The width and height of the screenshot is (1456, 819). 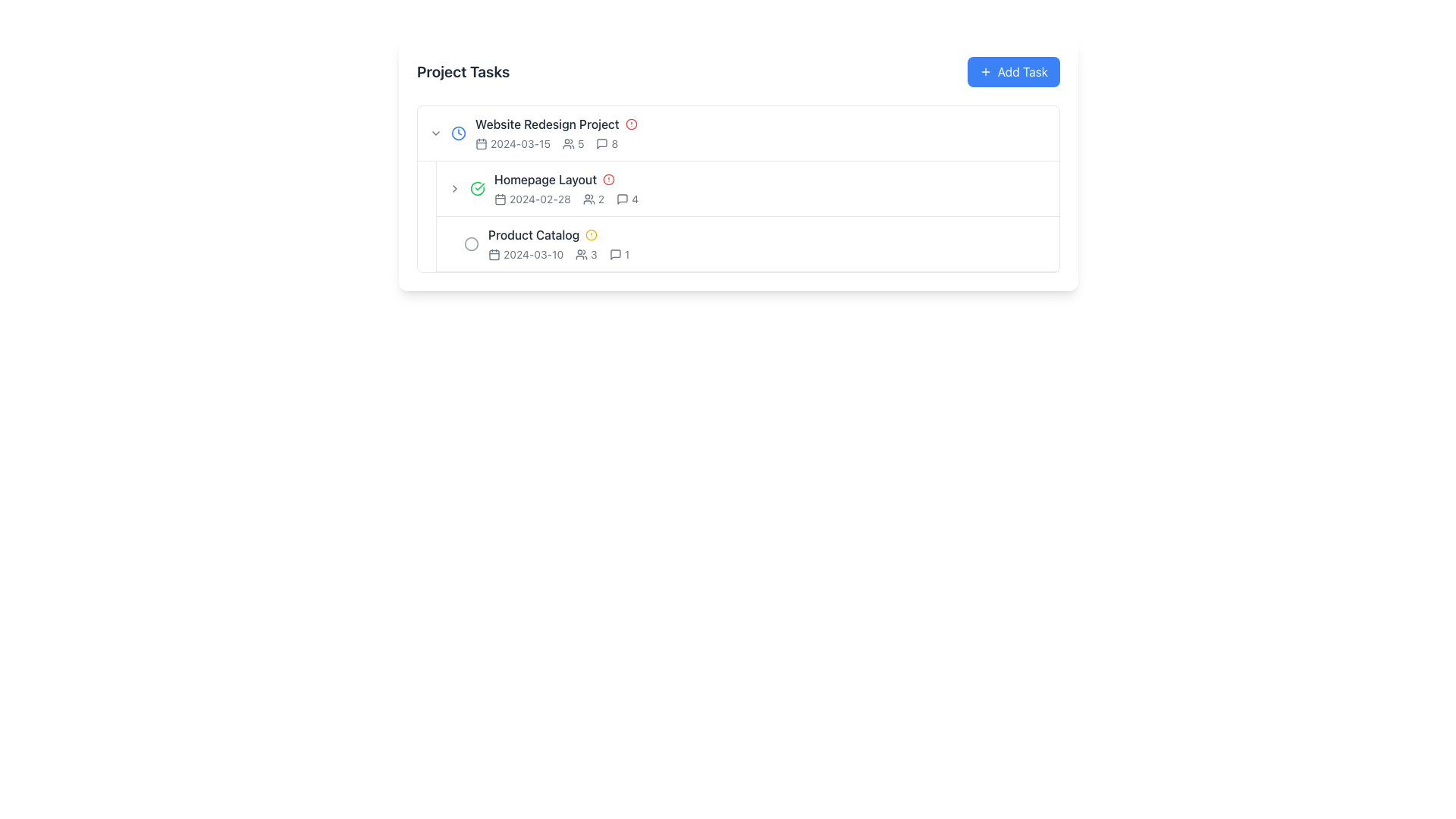 What do you see at coordinates (739, 188) in the screenshot?
I see `the list item row labeled 'Homepage Layout'` at bounding box center [739, 188].